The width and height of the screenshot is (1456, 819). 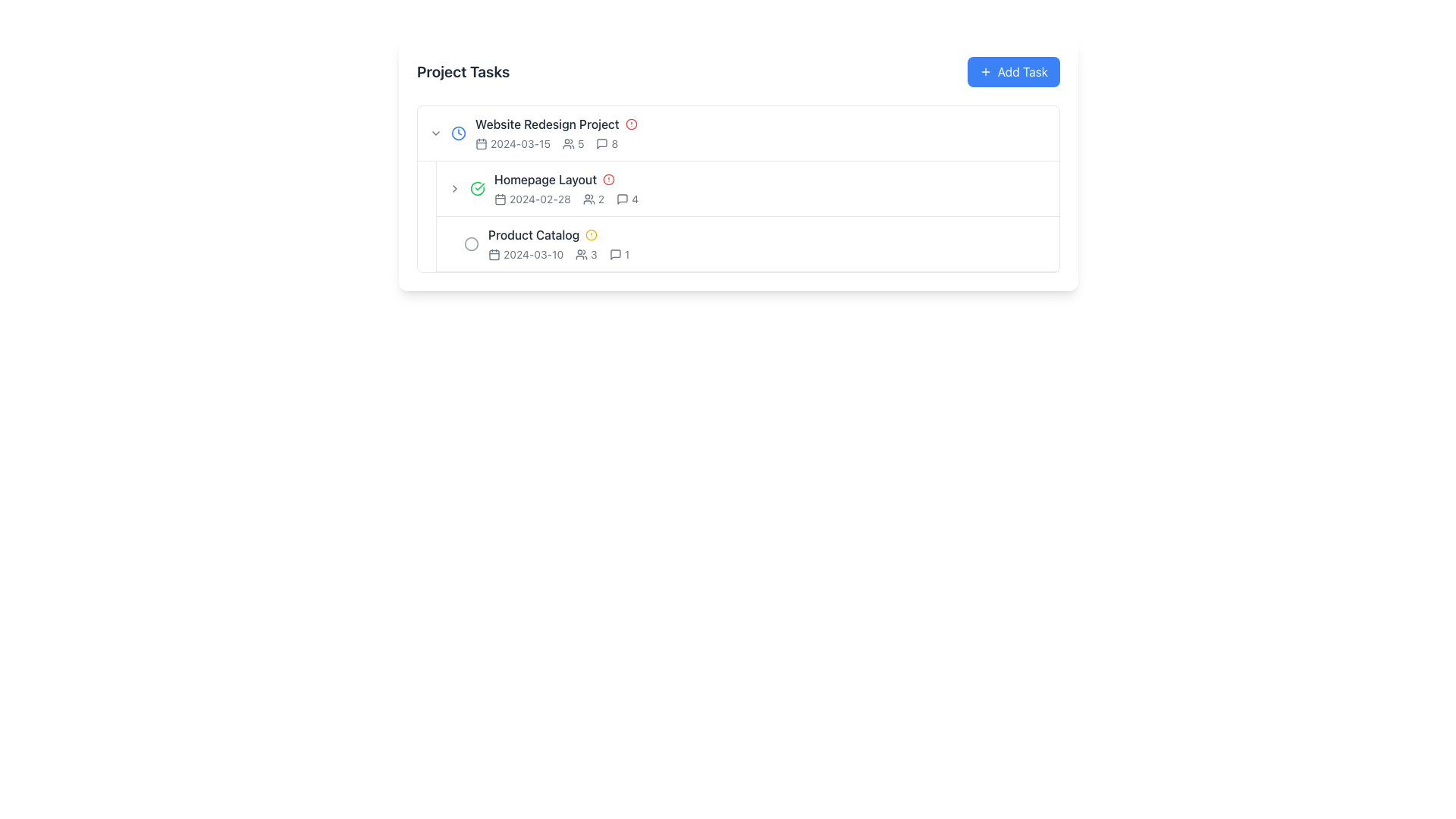 What do you see at coordinates (739, 188) in the screenshot?
I see `the list item row labeled 'Homepage Layout'` at bounding box center [739, 188].